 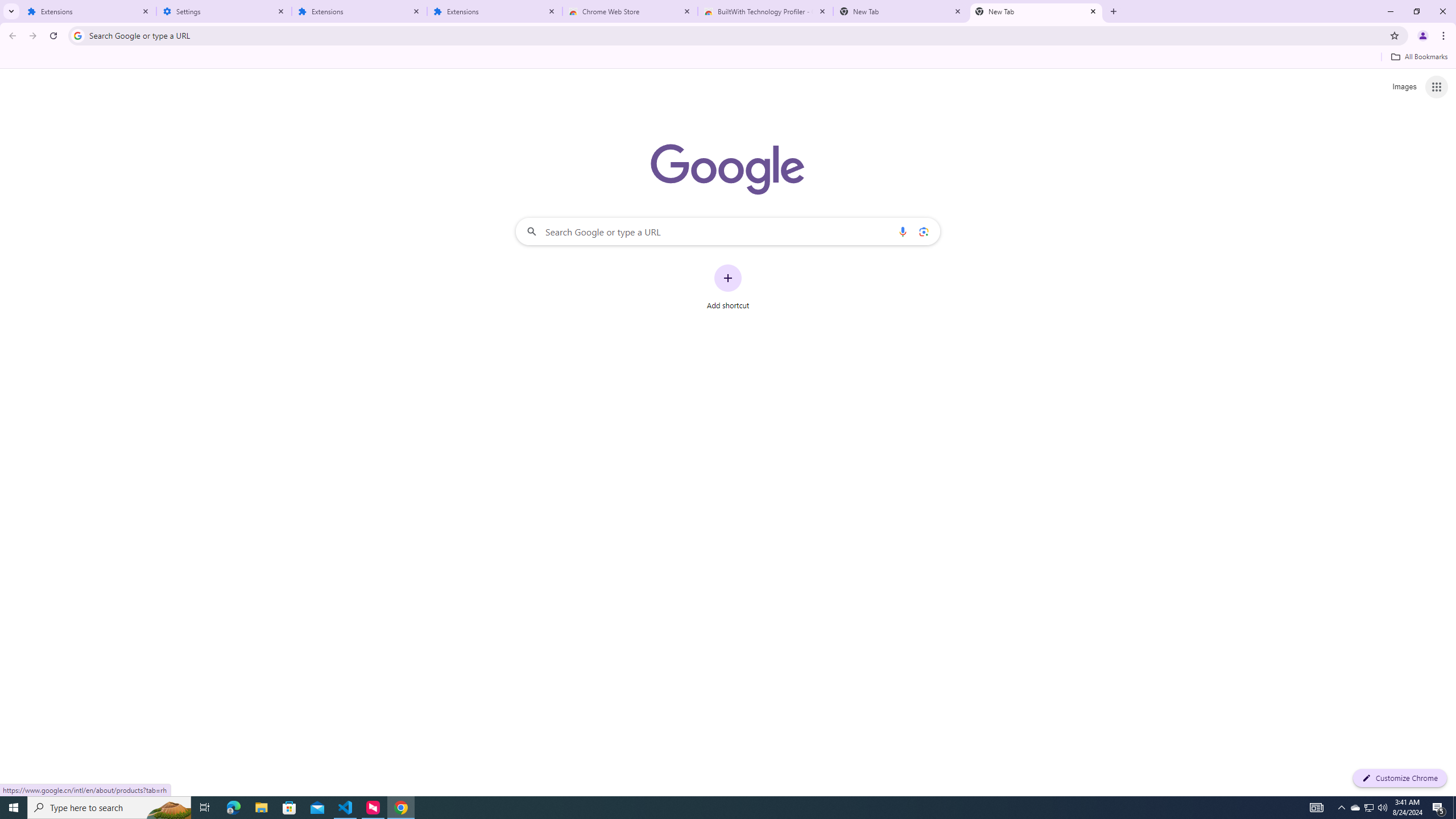 I want to click on 'Chrome Web Store', so click(x=630, y=11).